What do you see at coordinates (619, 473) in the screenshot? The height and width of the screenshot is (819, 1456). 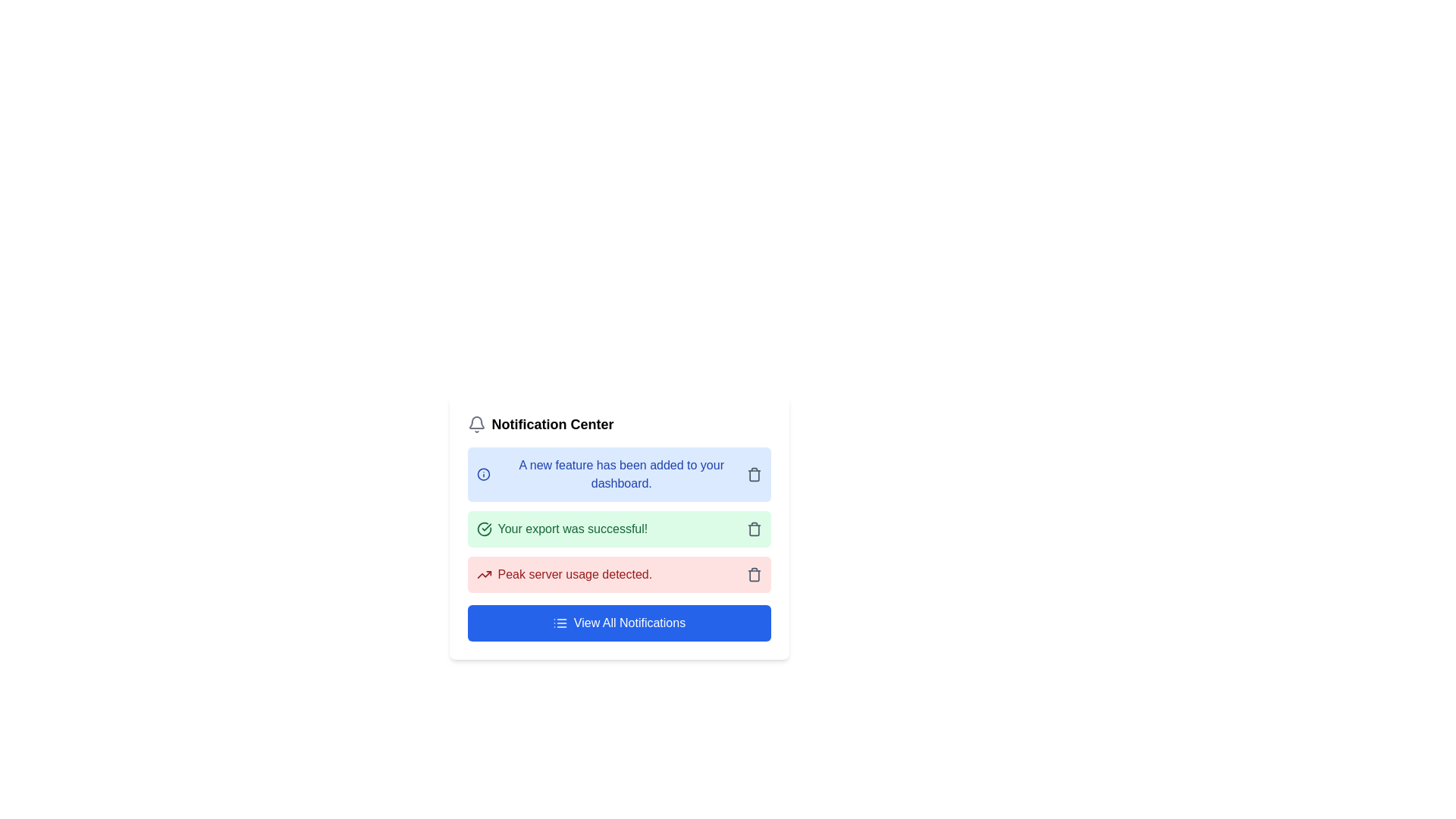 I see `the Notification card that informs the user about the addition of a new feature within their dashboard, located in the Notification Center list` at bounding box center [619, 473].